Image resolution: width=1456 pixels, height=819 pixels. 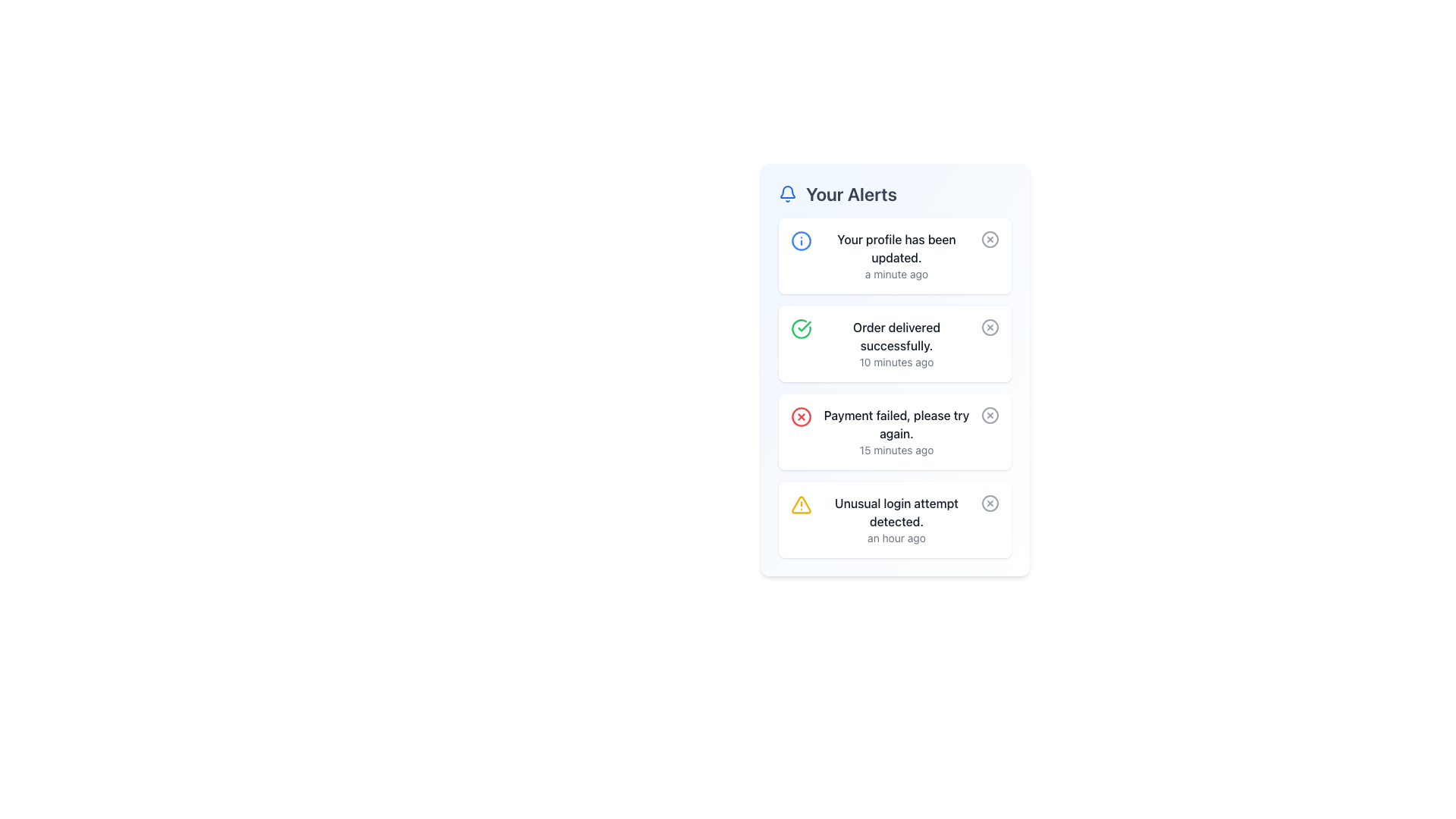 I want to click on the textual notification message that reads 'Your profile has been updated.' which is styled with a medium font weight and dark gray color, located at the top of the 'Your Alerts' section, so click(x=896, y=247).